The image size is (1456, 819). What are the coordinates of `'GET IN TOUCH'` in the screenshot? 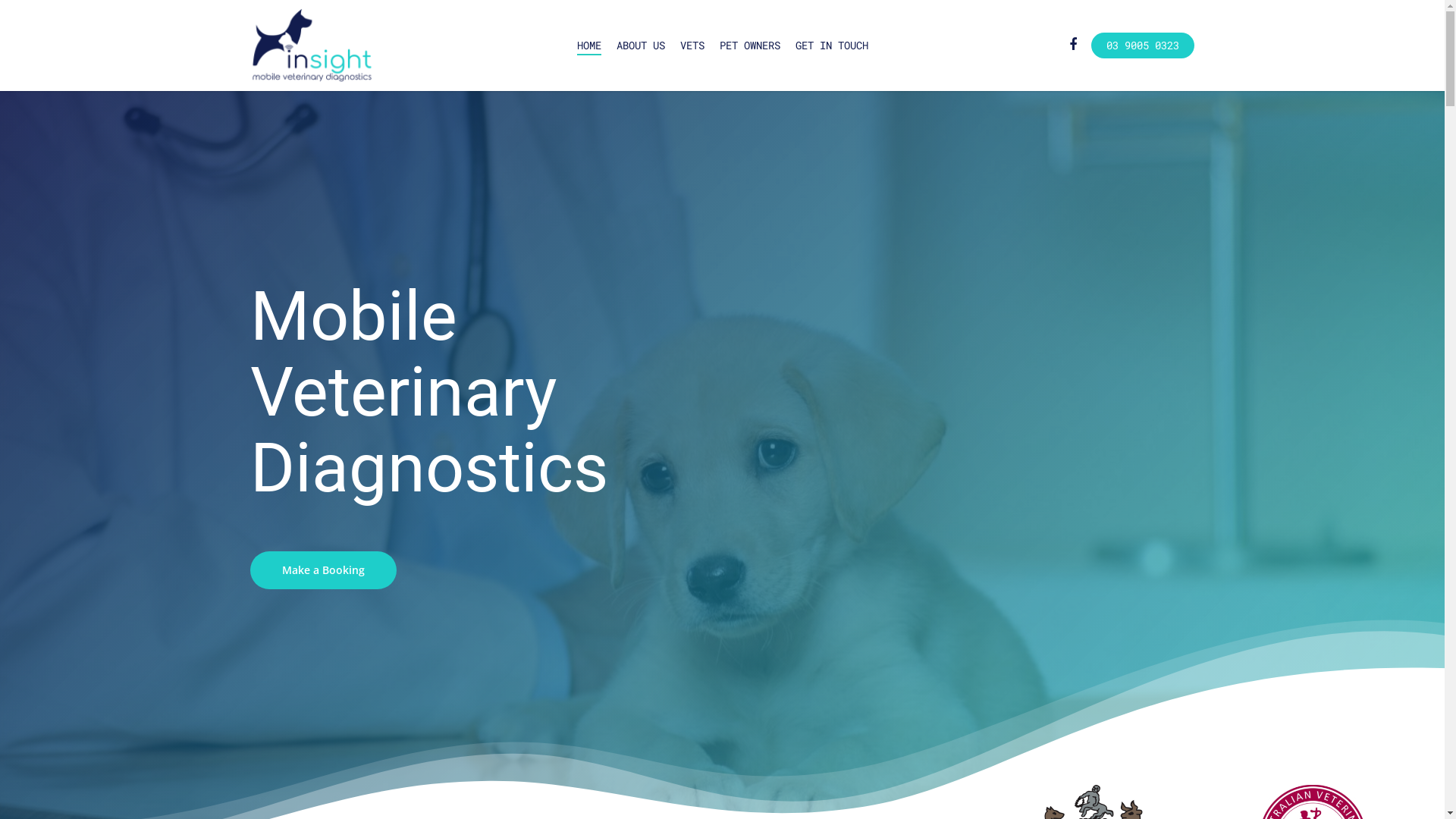 It's located at (830, 45).